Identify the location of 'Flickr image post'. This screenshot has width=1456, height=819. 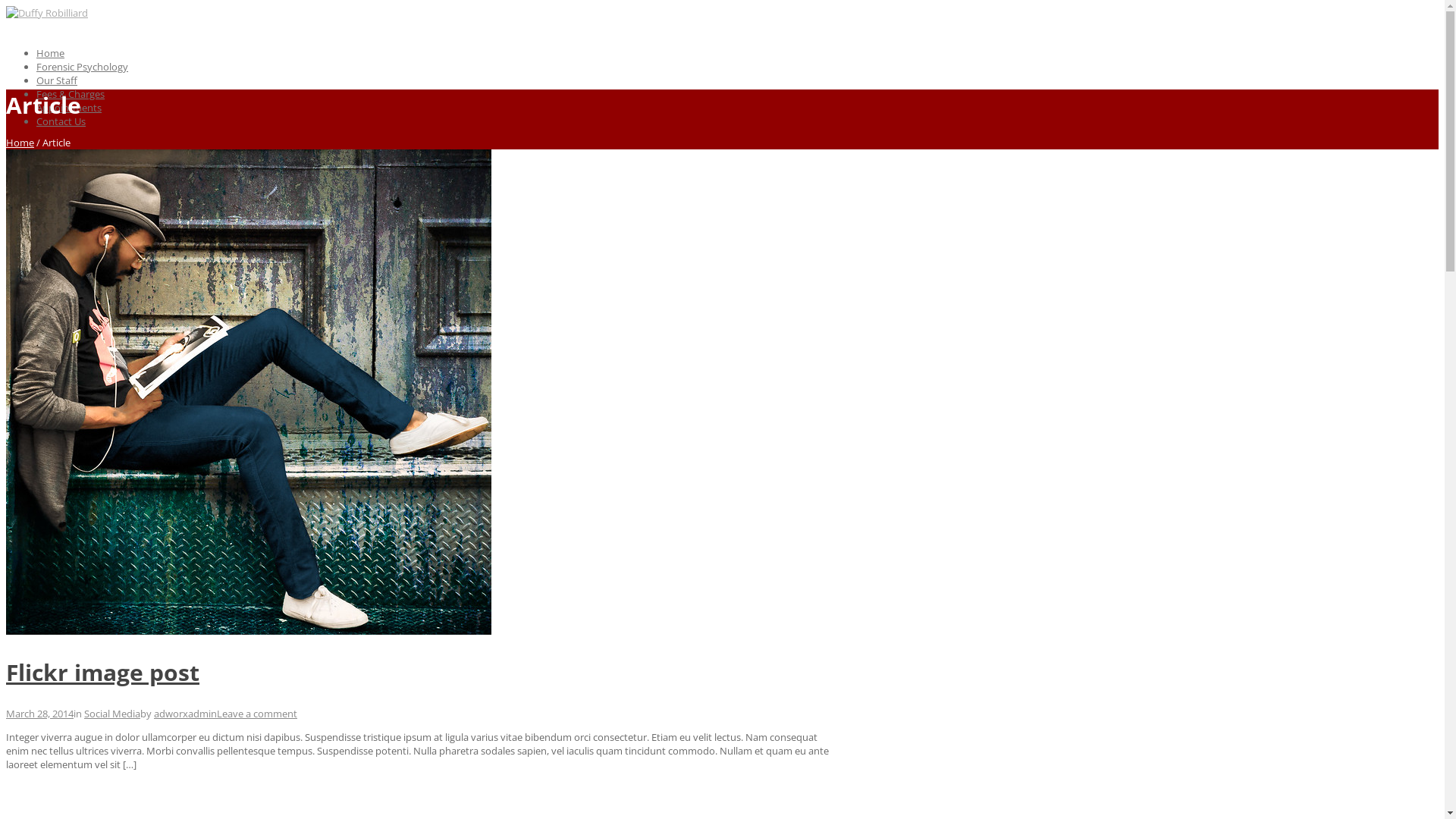
(102, 671).